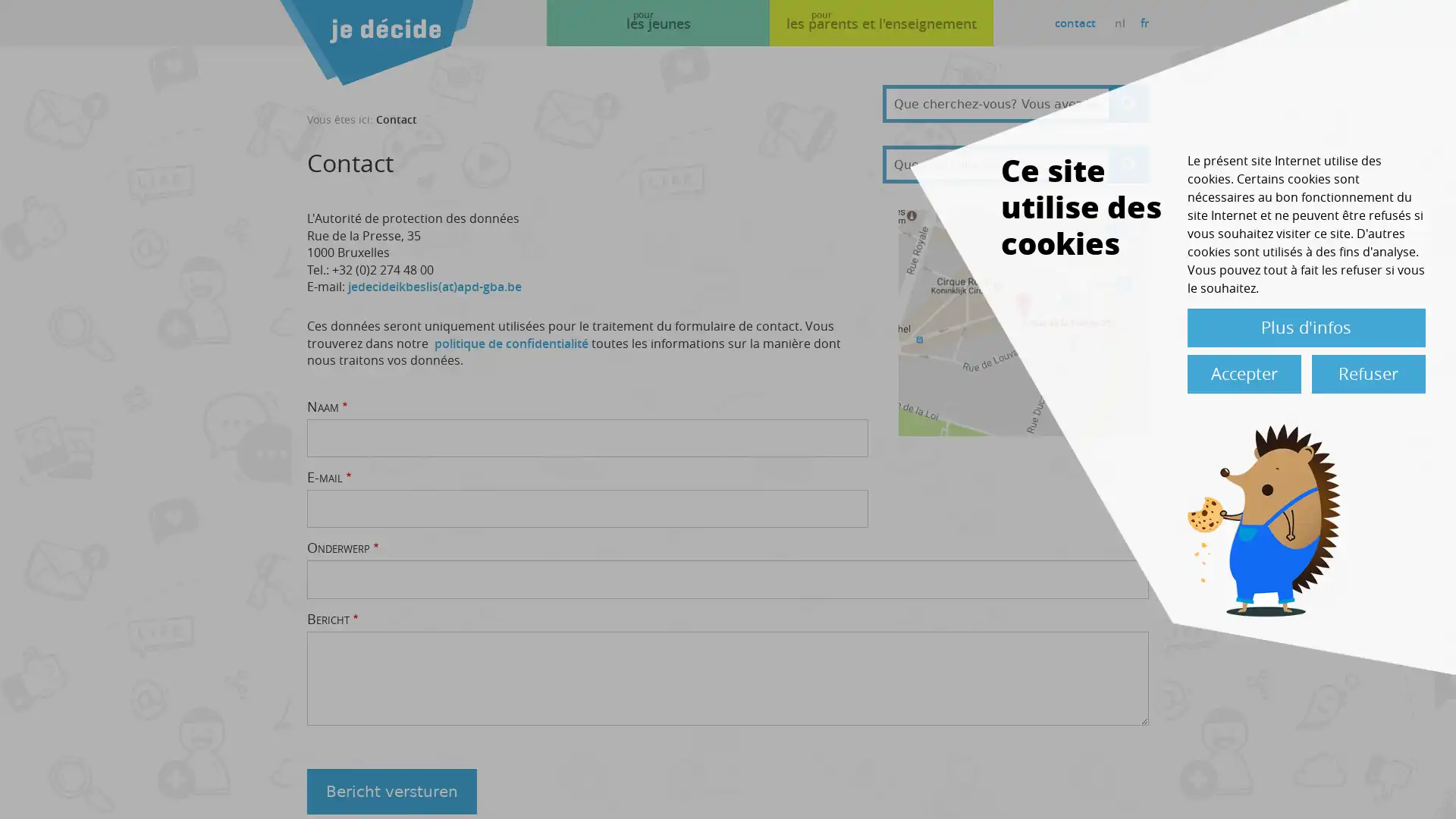 This screenshot has height=819, width=1456. Describe the element at coordinates (392, 789) in the screenshot. I see `Bericht versturen` at that location.